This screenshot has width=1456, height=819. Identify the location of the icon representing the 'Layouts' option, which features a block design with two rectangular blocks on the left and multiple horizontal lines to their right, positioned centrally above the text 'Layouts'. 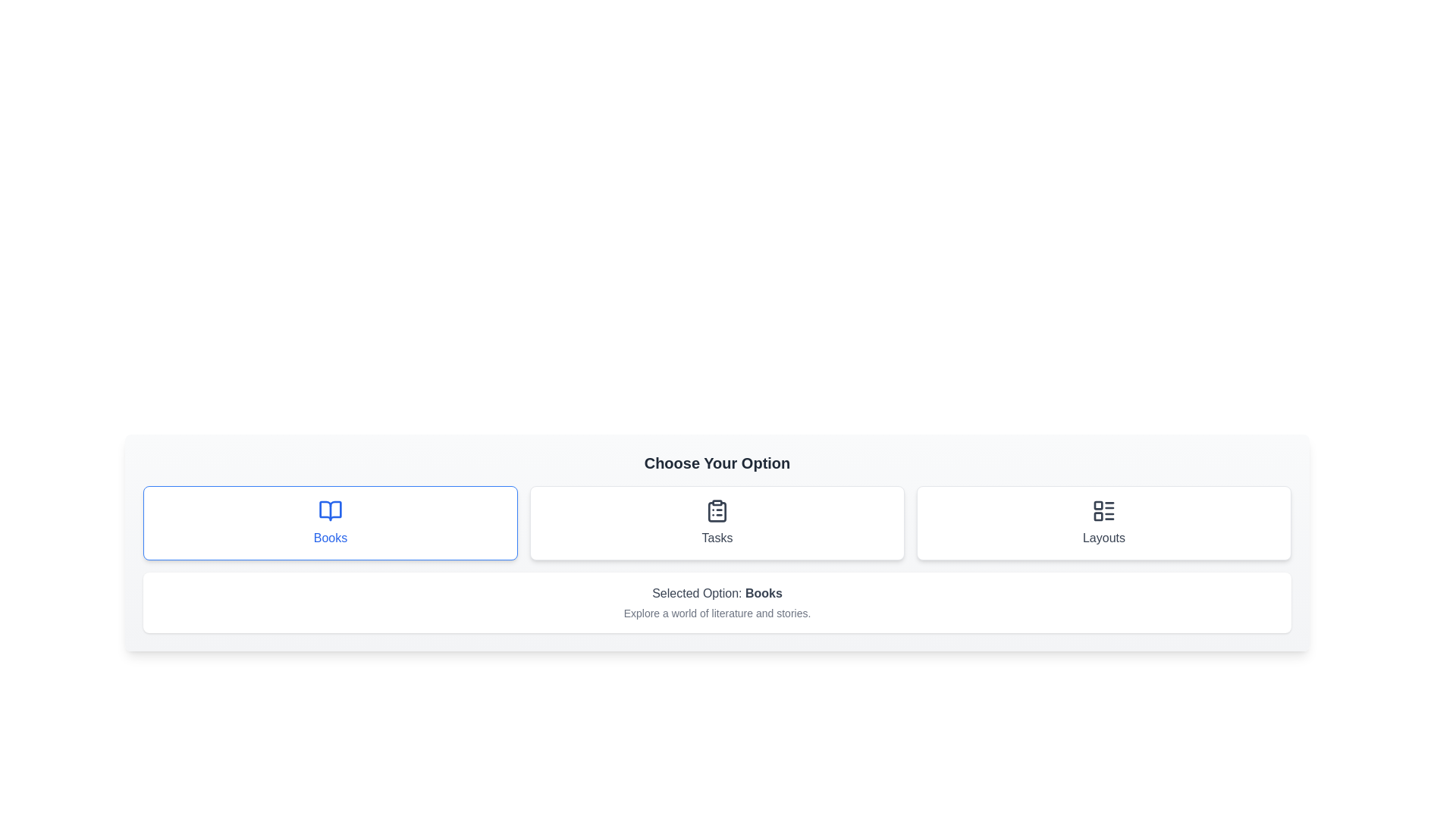
(1103, 511).